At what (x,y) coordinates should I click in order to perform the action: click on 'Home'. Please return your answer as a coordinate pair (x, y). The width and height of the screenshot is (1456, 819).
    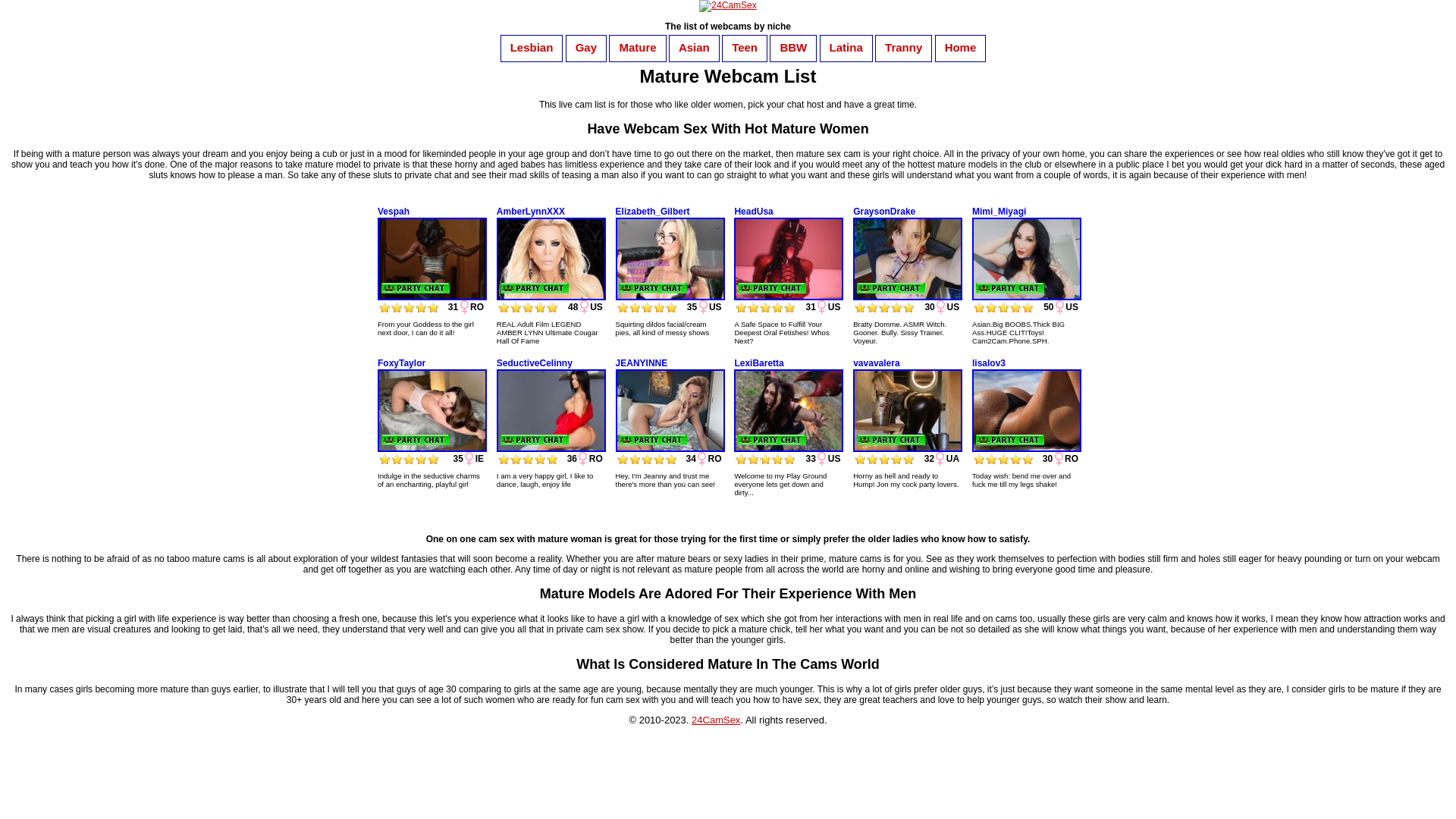
    Looking at the image, I should click on (960, 46).